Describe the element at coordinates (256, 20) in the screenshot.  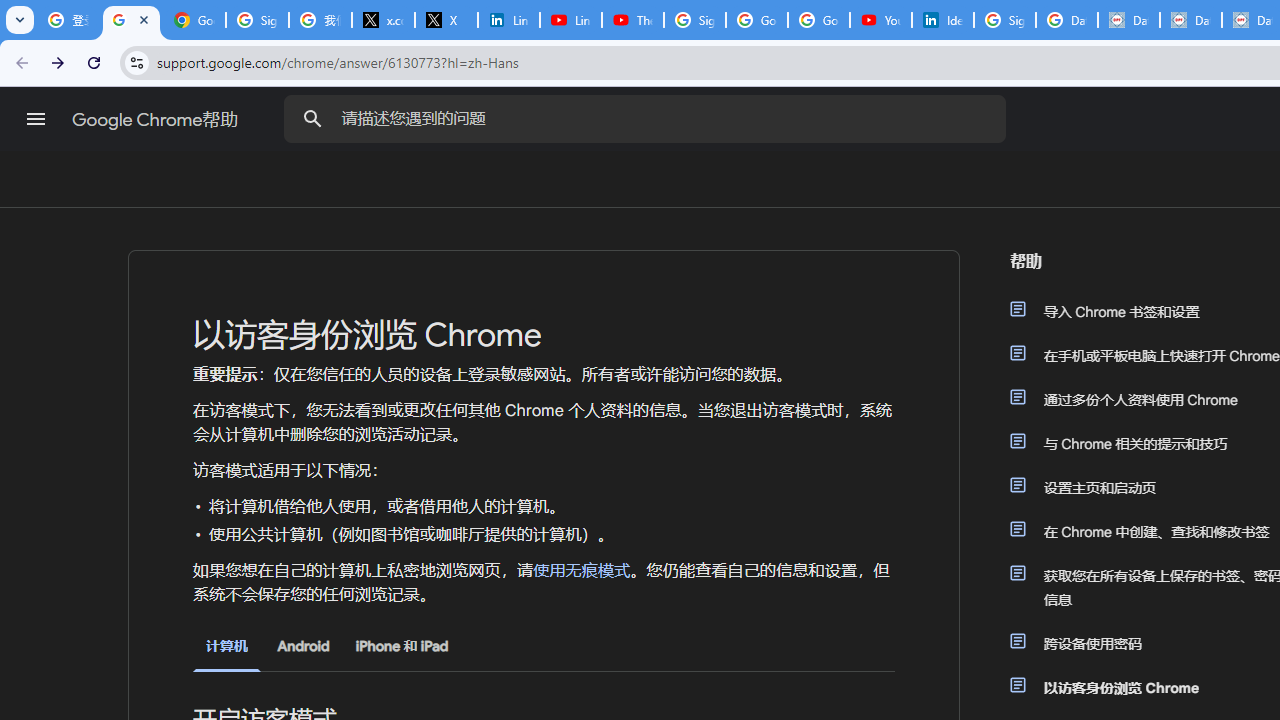
I see `'Sign in - Google Accounts'` at that location.